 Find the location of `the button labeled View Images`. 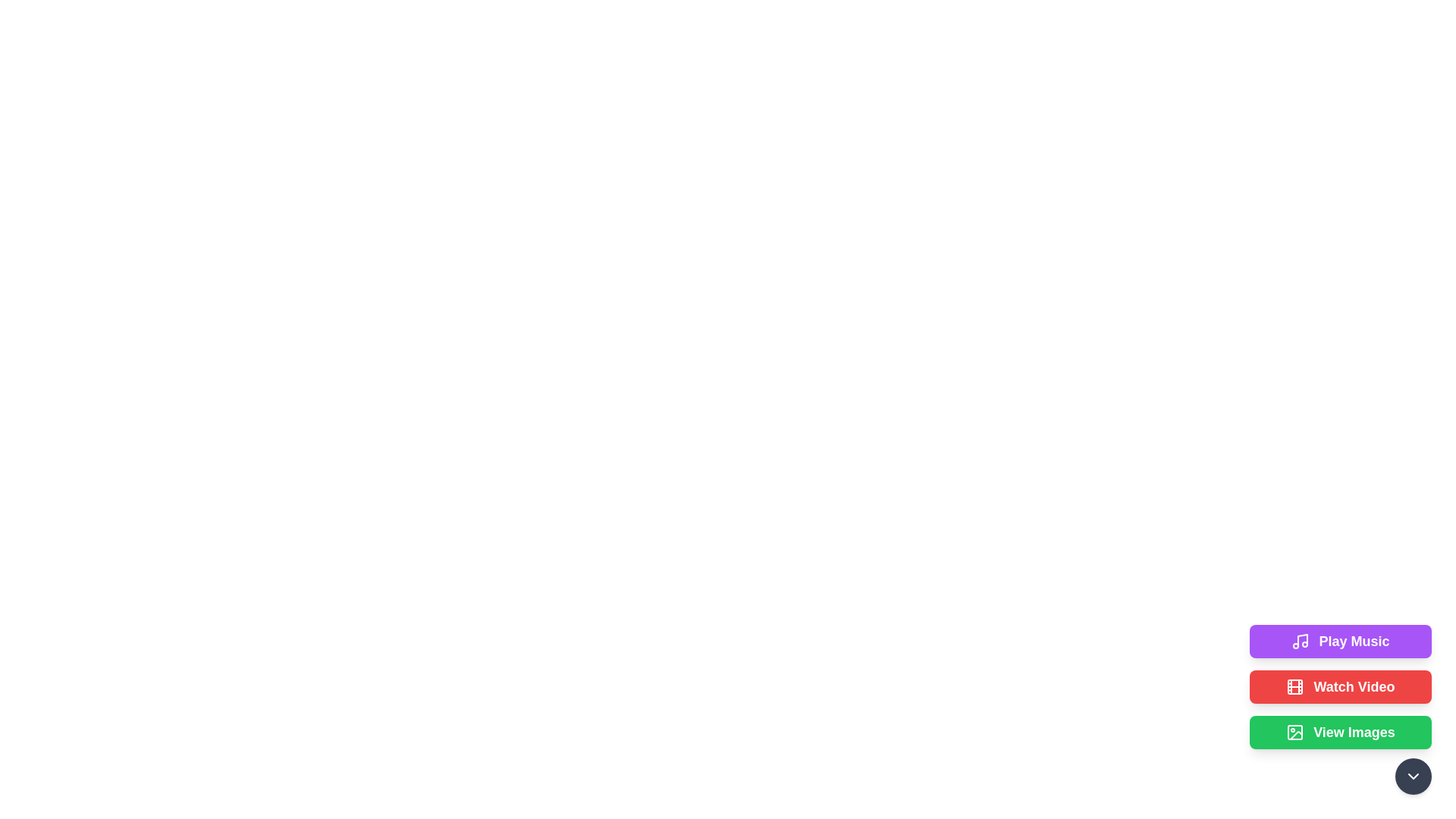

the button labeled View Images is located at coordinates (1340, 731).